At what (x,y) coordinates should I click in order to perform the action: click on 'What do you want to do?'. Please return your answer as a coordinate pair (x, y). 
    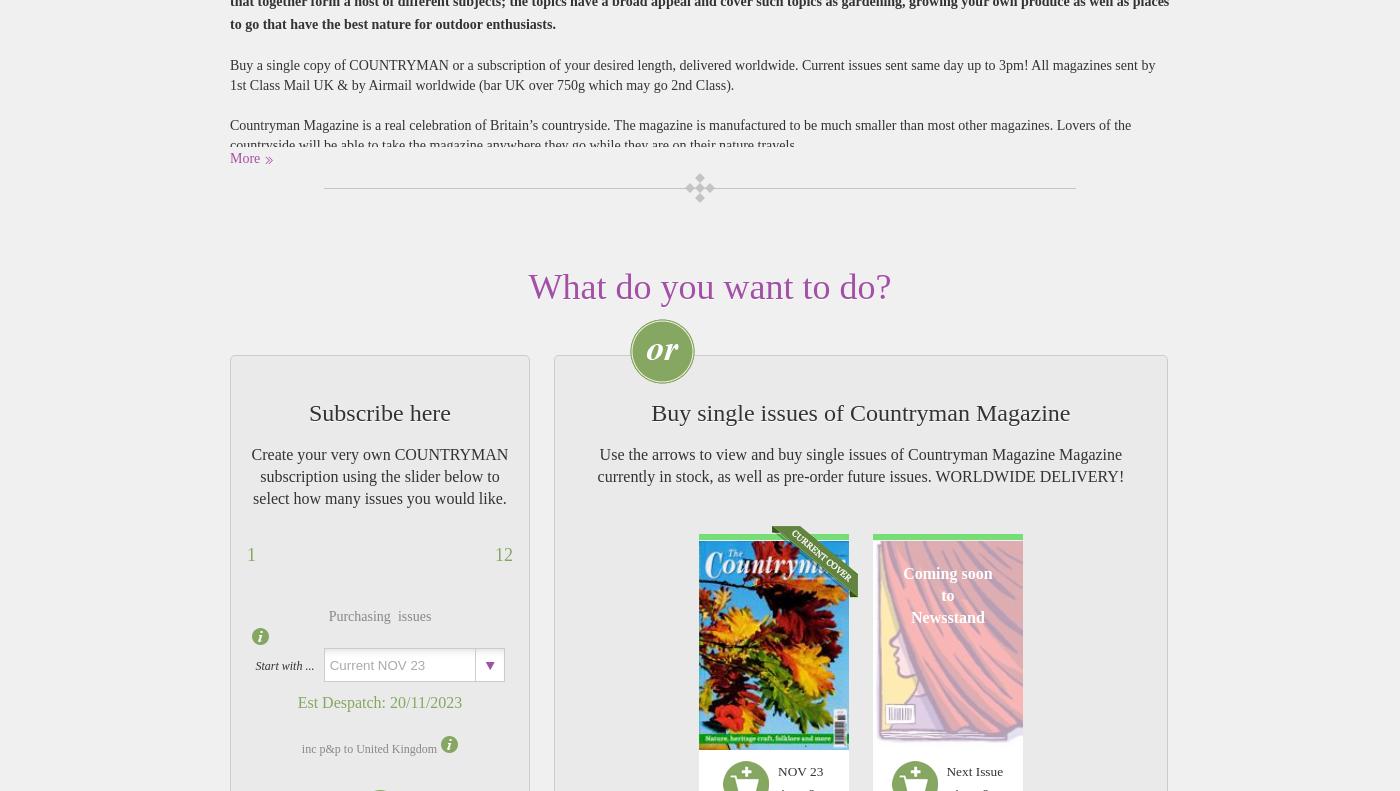
    Looking at the image, I should click on (709, 286).